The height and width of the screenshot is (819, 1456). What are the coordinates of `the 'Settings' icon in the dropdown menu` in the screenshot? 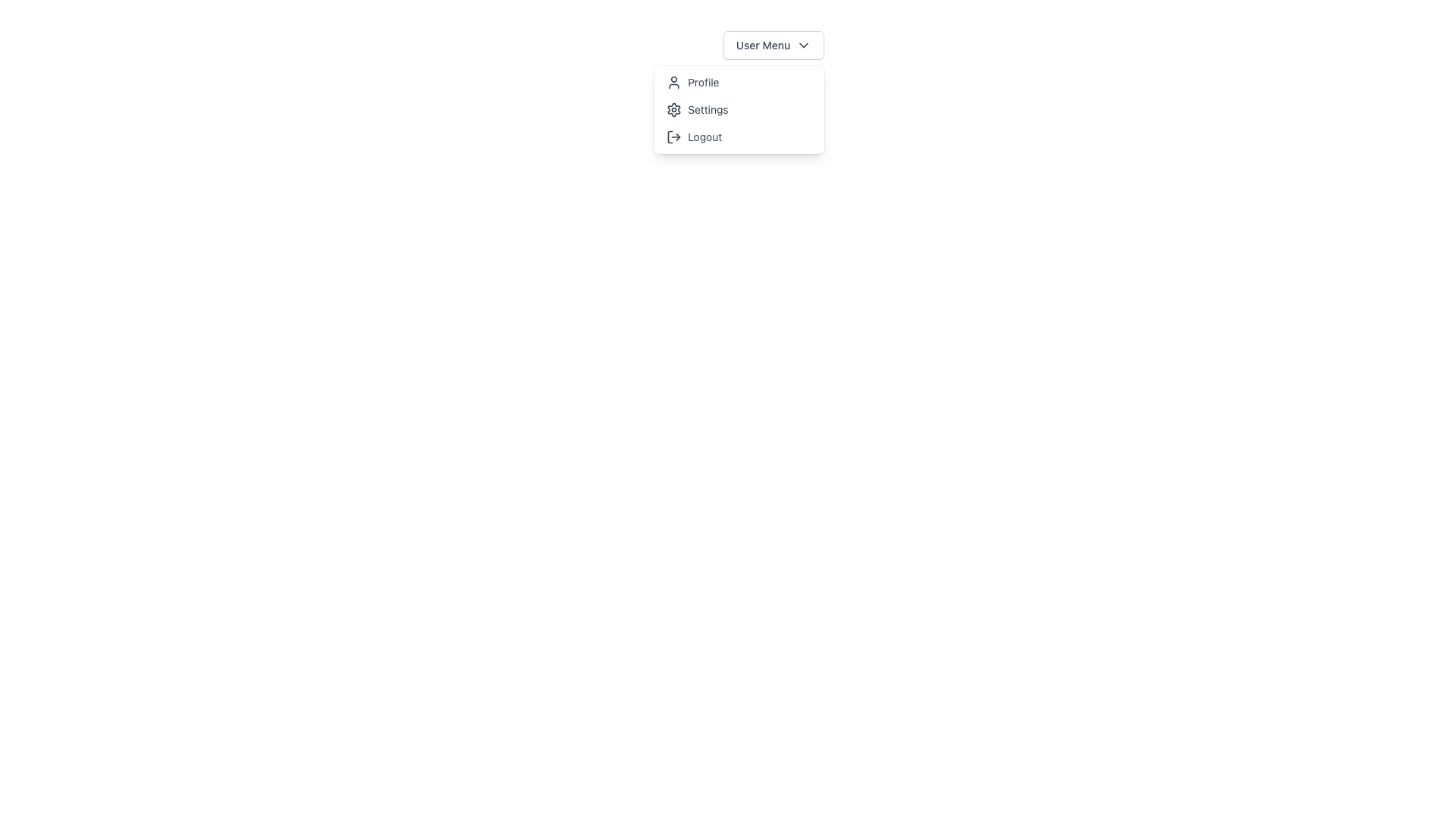 It's located at (673, 109).